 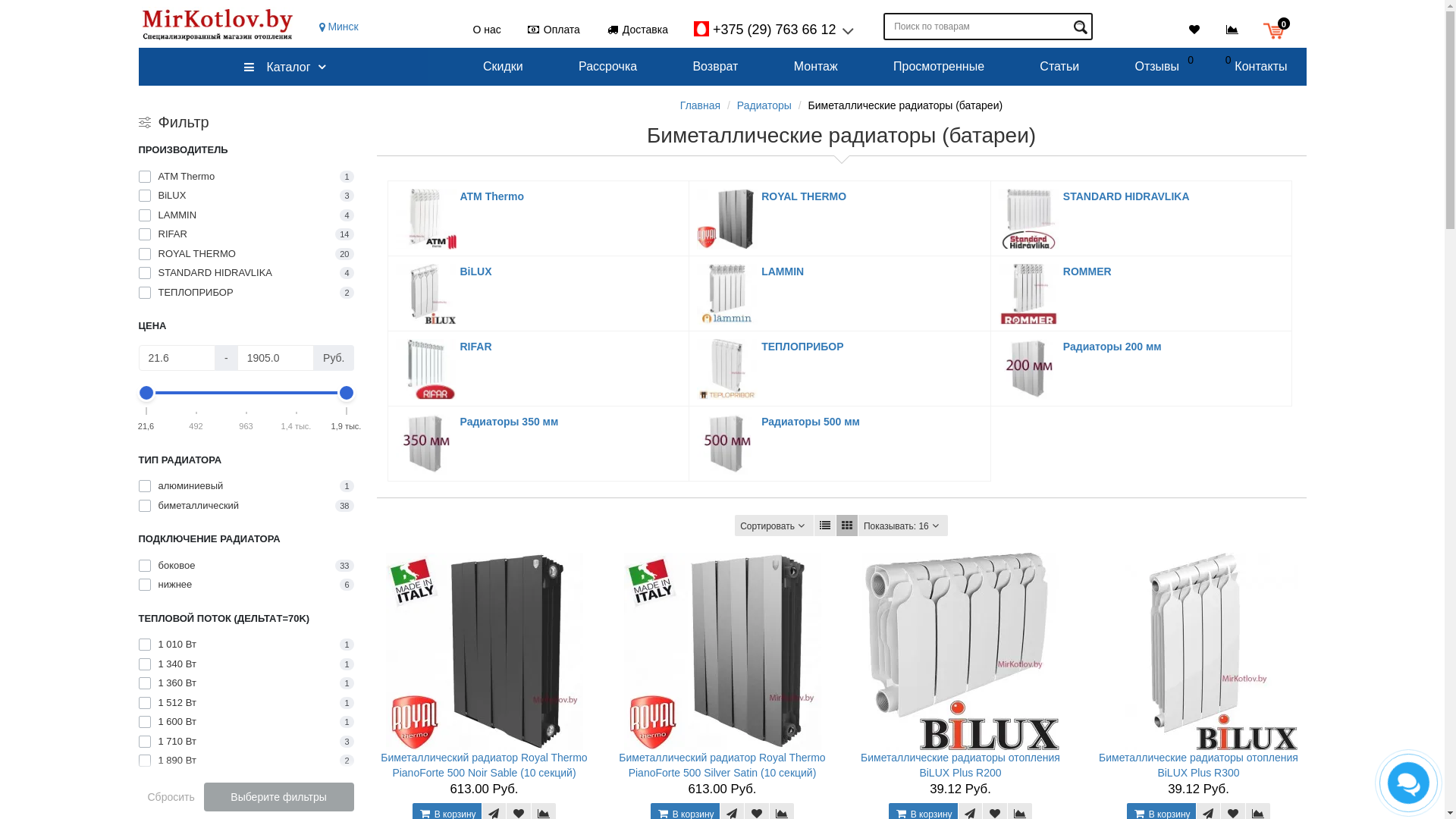 I want to click on '0', so click(x=1237, y=29).